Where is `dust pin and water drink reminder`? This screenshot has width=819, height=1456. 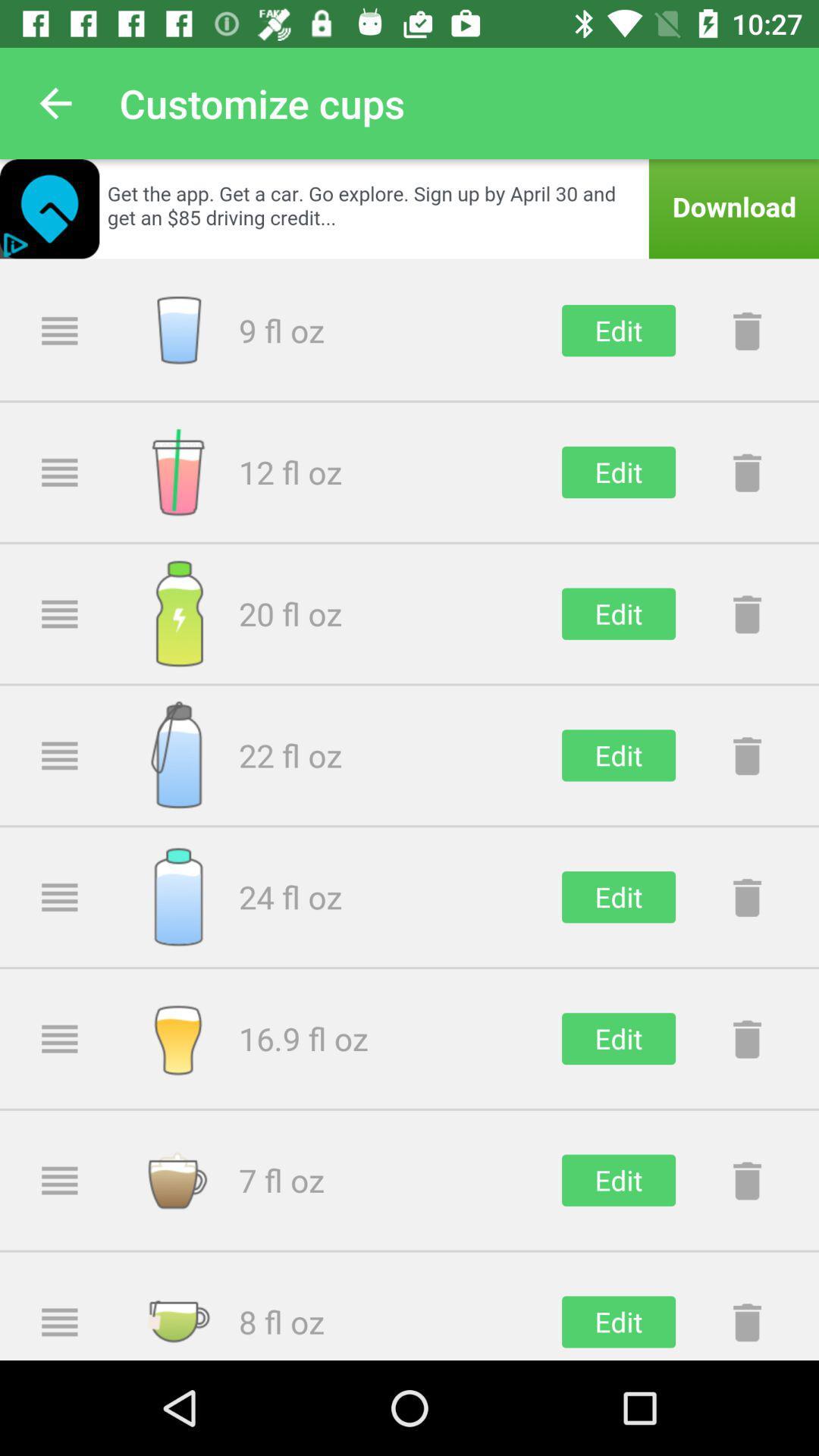 dust pin and water drink reminder is located at coordinates (746, 1179).